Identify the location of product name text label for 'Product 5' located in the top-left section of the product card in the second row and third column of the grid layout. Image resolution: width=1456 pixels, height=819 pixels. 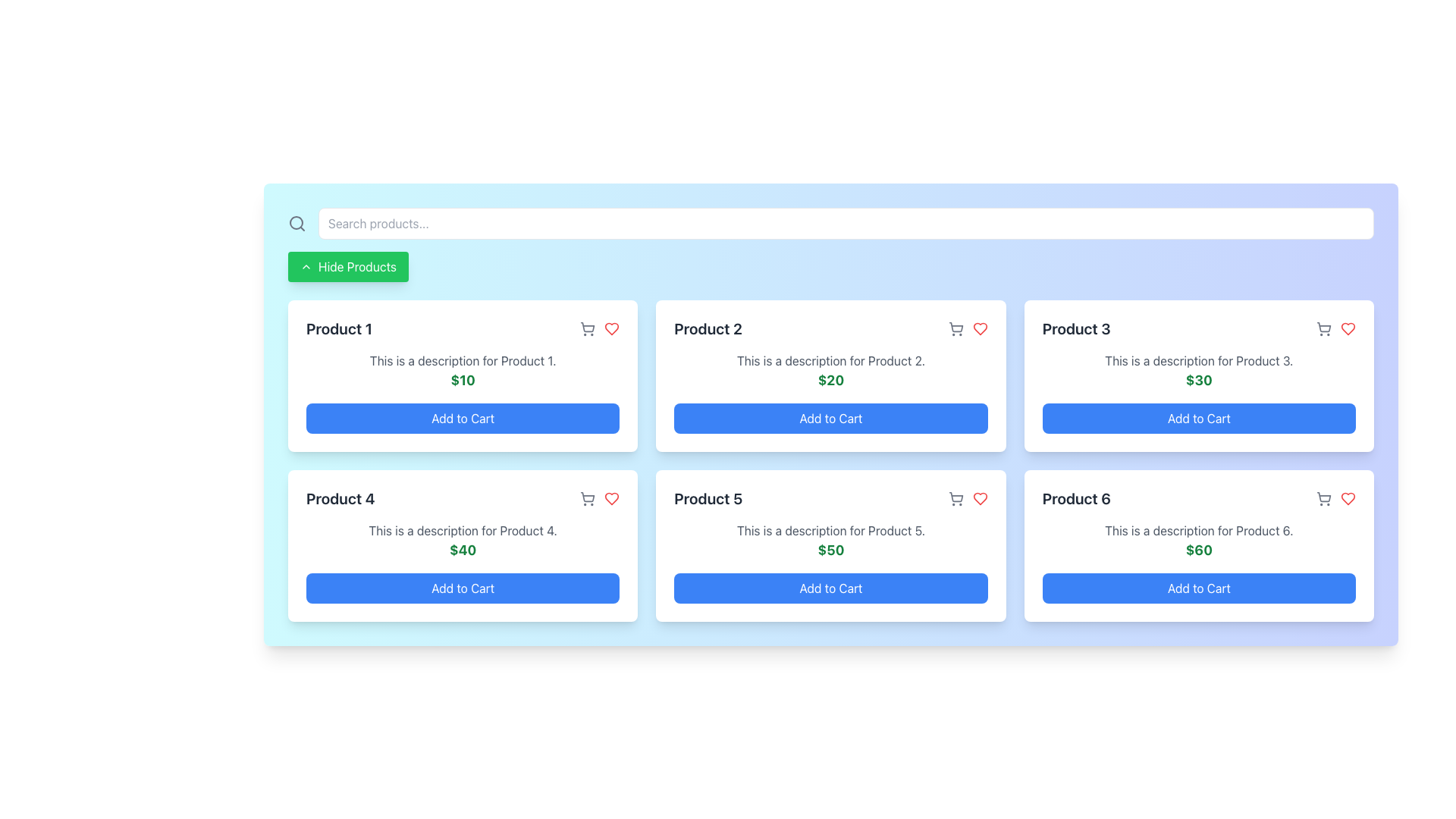
(708, 499).